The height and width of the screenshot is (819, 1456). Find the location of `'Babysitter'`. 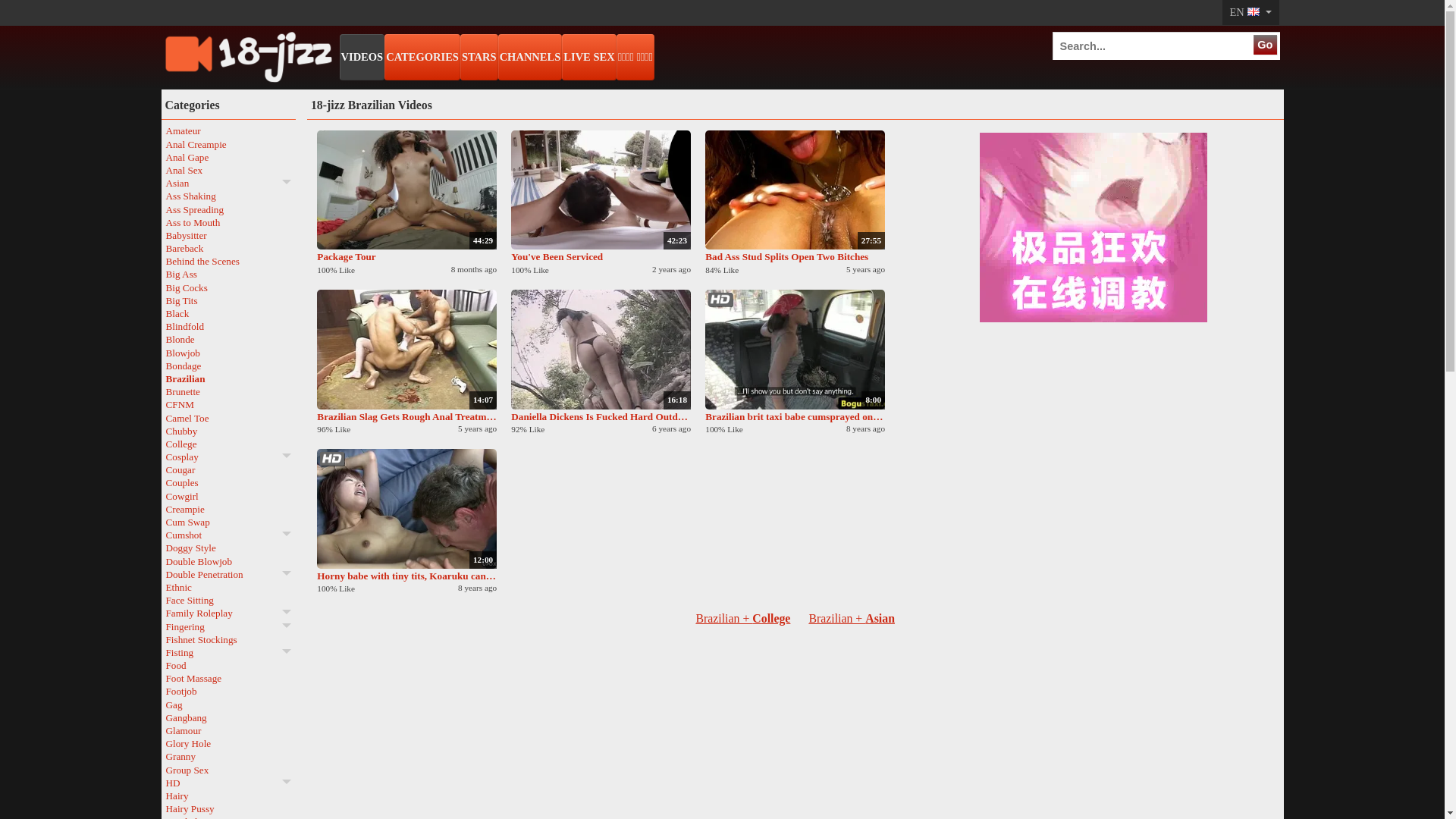

'Babysitter' is located at coordinates (227, 235).